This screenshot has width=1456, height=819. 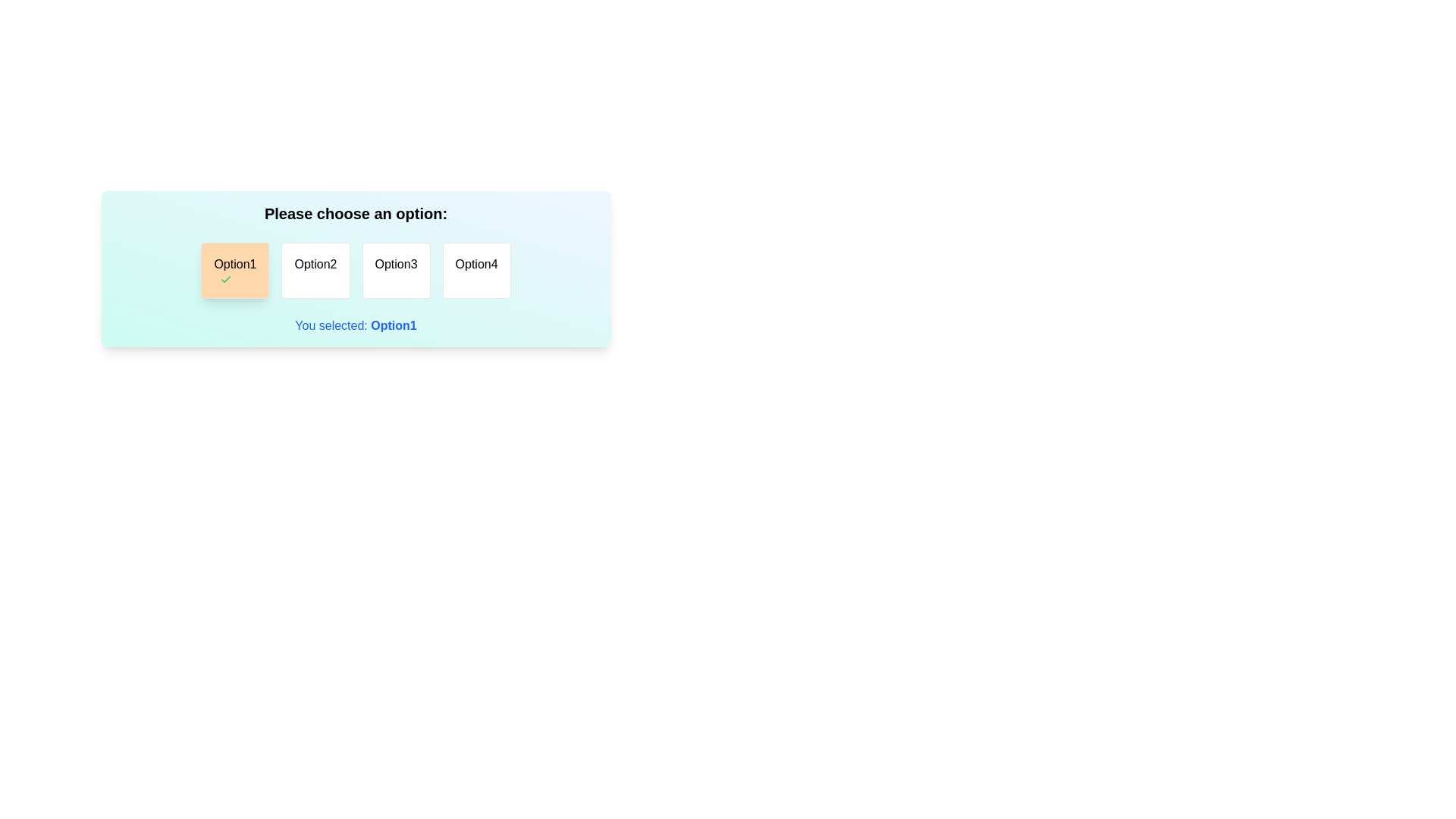 I want to click on the selectable option labeled 'Option4', which is a rectangular button with rounded corners and a white background, located at the far right of a row of toggle buttons, so click(x=475, y=270).